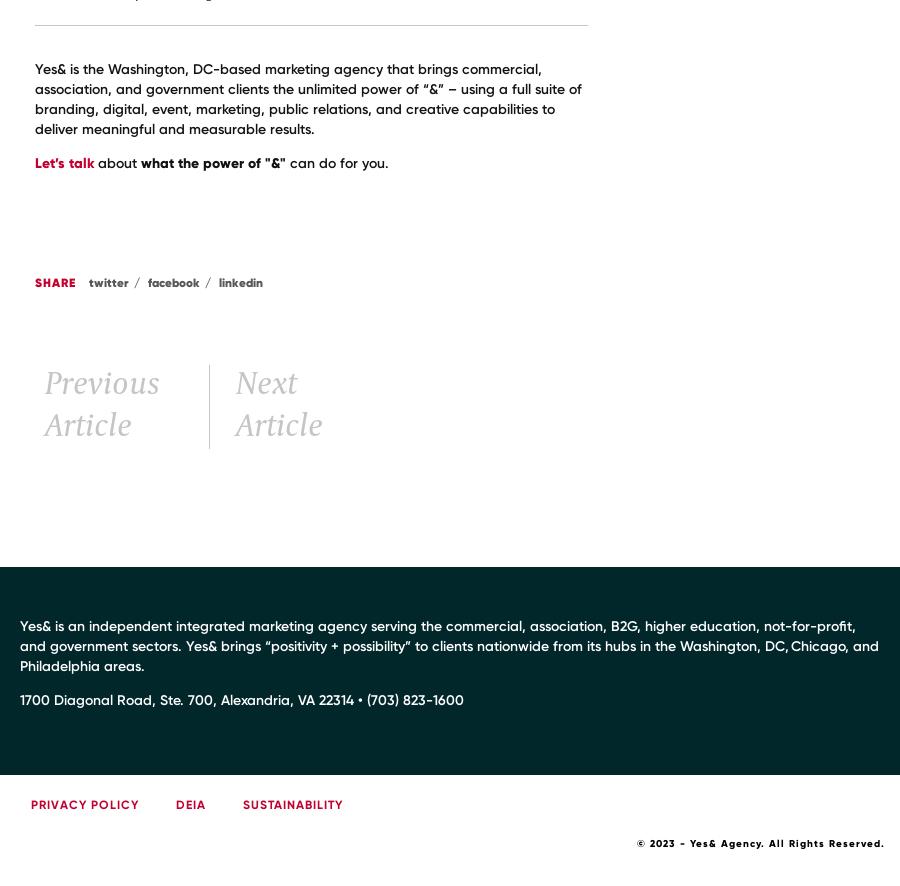 The image size is (900, 886). What do you see at coordinates (190, 805) in the screenshot?
I see `'DEIA'` at bounding box center [190, 805].